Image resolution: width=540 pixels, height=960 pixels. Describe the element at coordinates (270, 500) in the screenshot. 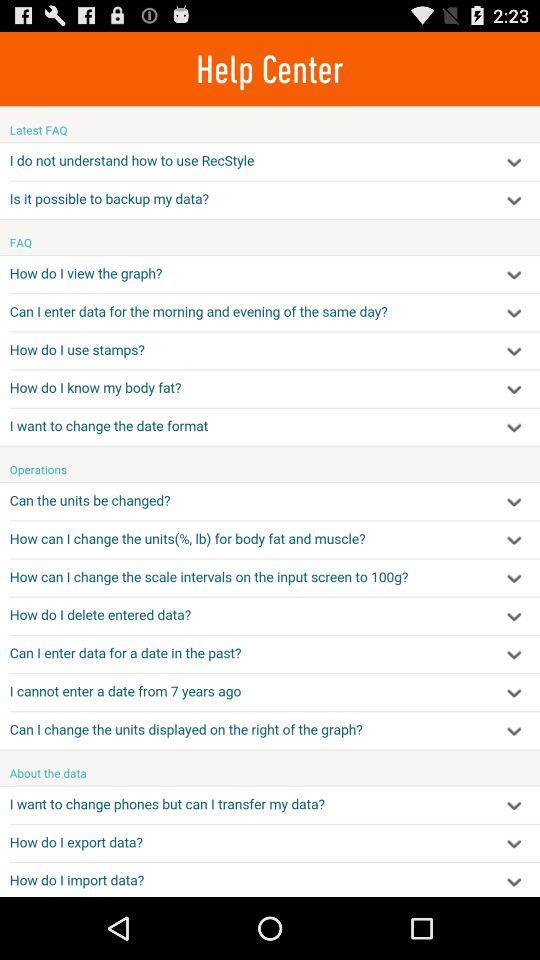

I see `showing help center information` at that location.